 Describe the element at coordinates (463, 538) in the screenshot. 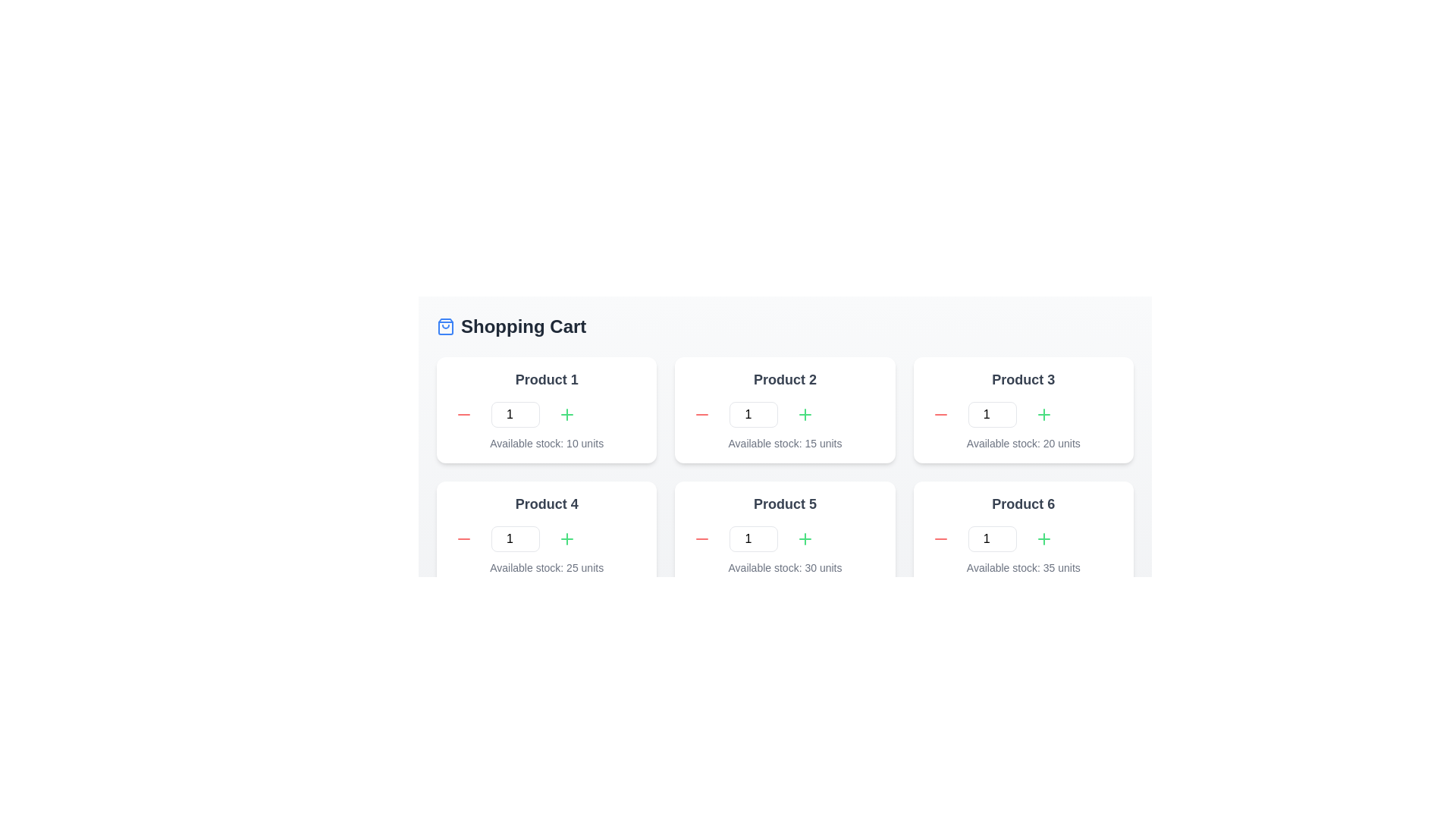

I see `the button that decreases the numerical value displayed in the adjacent input field, which is the first item on the left in a horizontal layout` at that location.